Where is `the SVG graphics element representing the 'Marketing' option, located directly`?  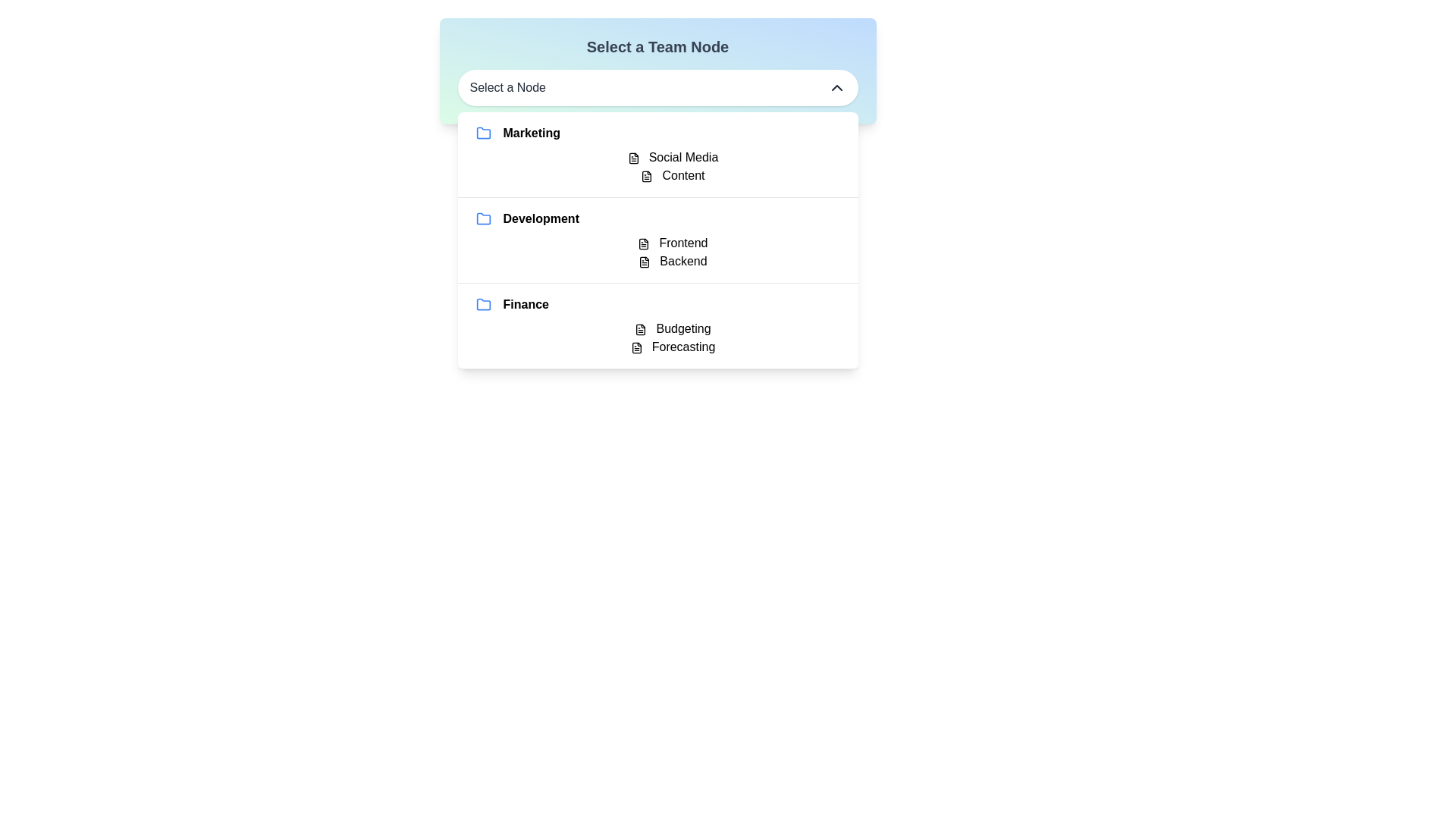 the SVG graphics element representing the 'Marketing' option, located directly is located at coordinates (482, 132).